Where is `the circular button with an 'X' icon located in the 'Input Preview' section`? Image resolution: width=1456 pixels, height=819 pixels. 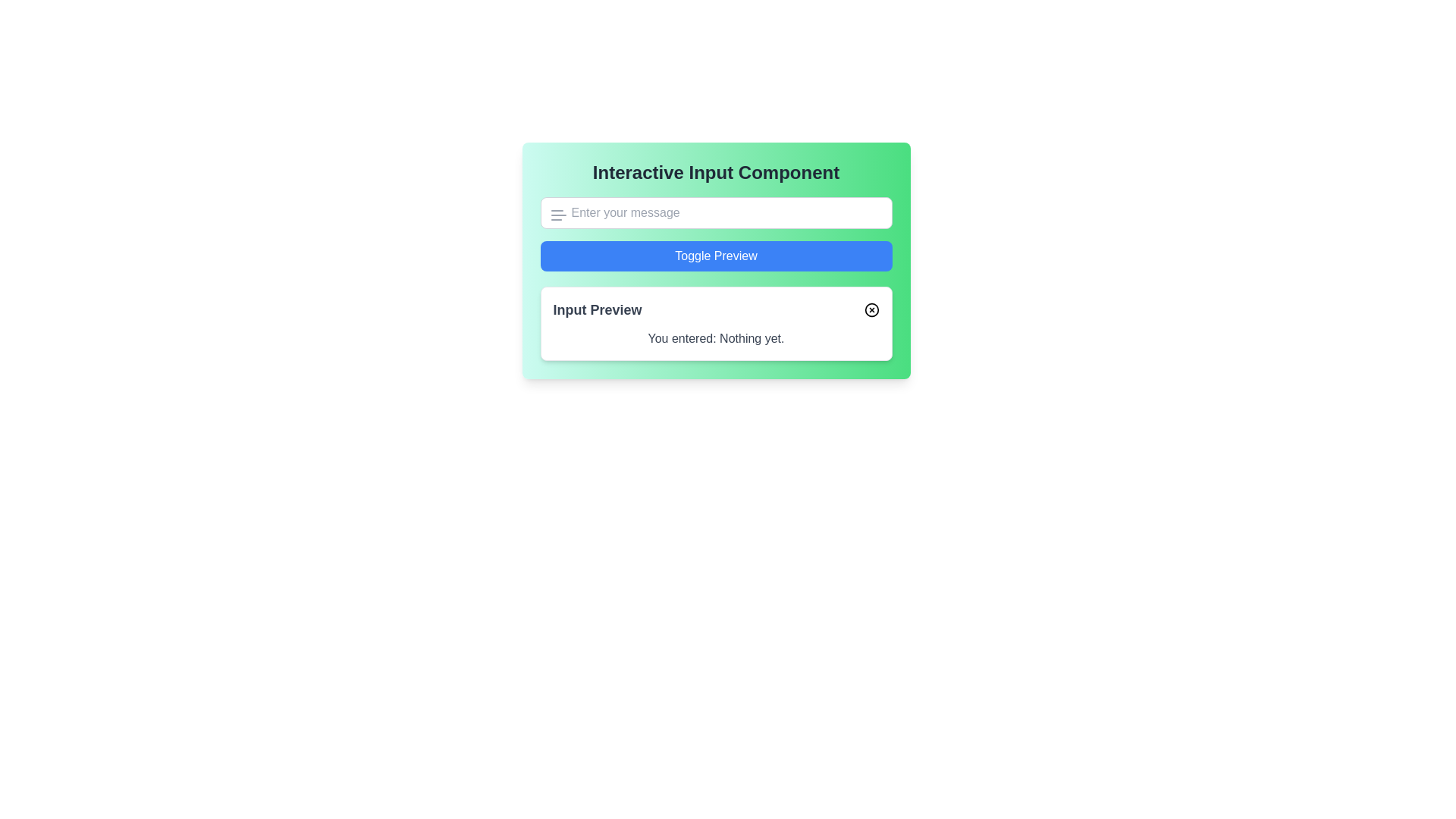 the circular button with an 'X' icon located in the 'Input Preview' section is located at coordinates (871, 309).